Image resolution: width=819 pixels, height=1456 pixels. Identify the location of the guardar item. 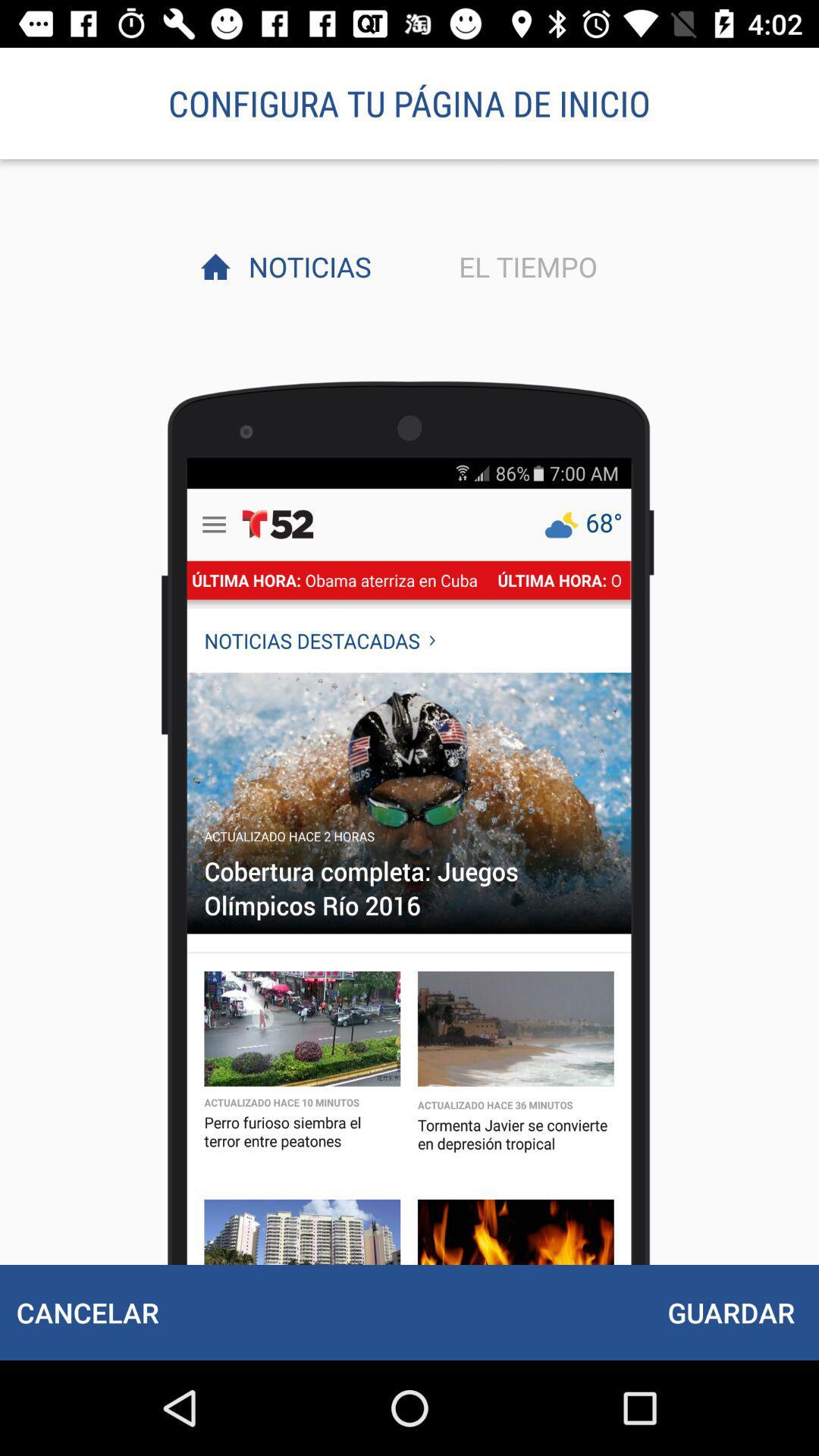
(730, 1312).